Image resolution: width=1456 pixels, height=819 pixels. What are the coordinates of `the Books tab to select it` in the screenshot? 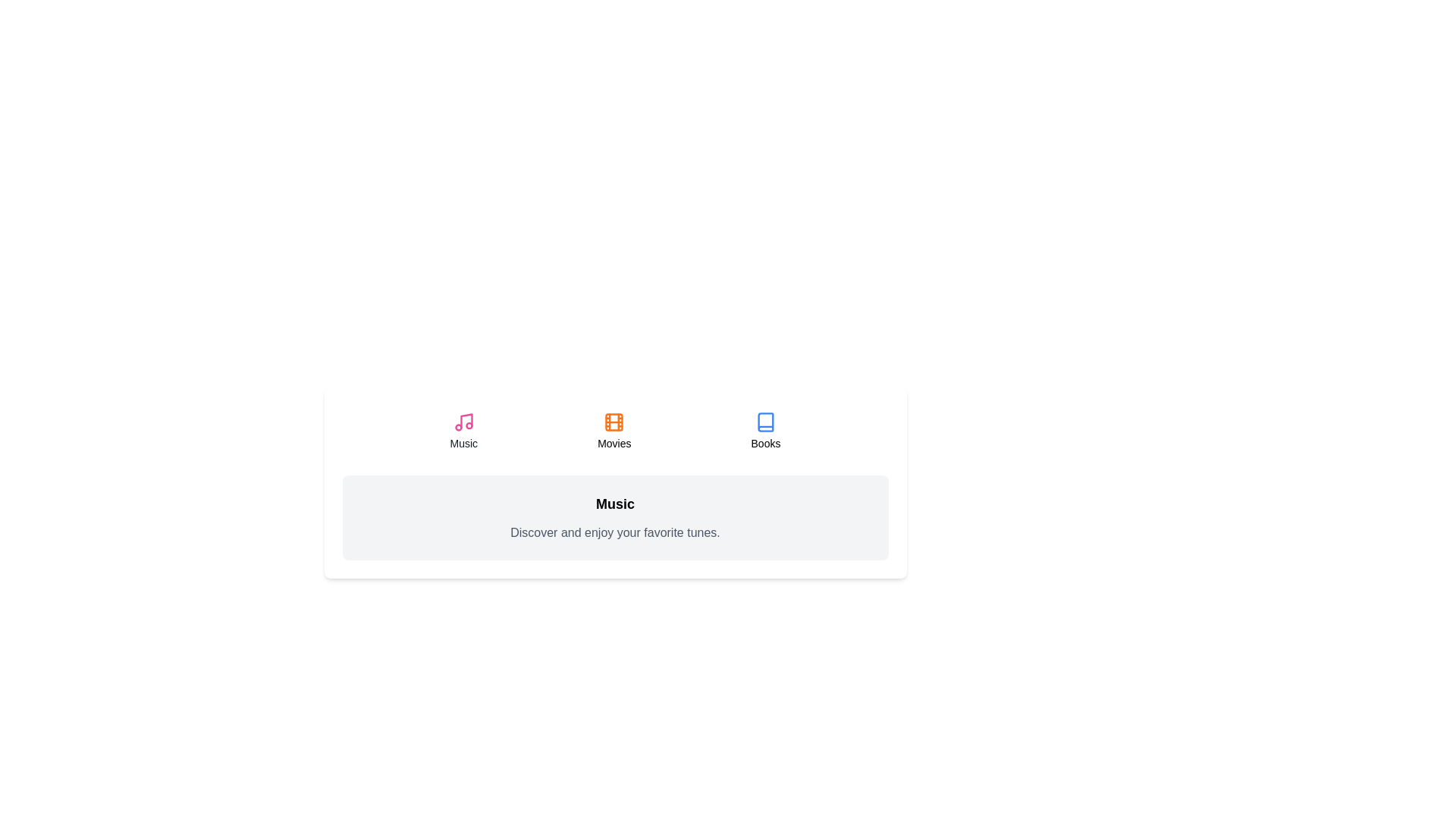 It's located at (765, 431).